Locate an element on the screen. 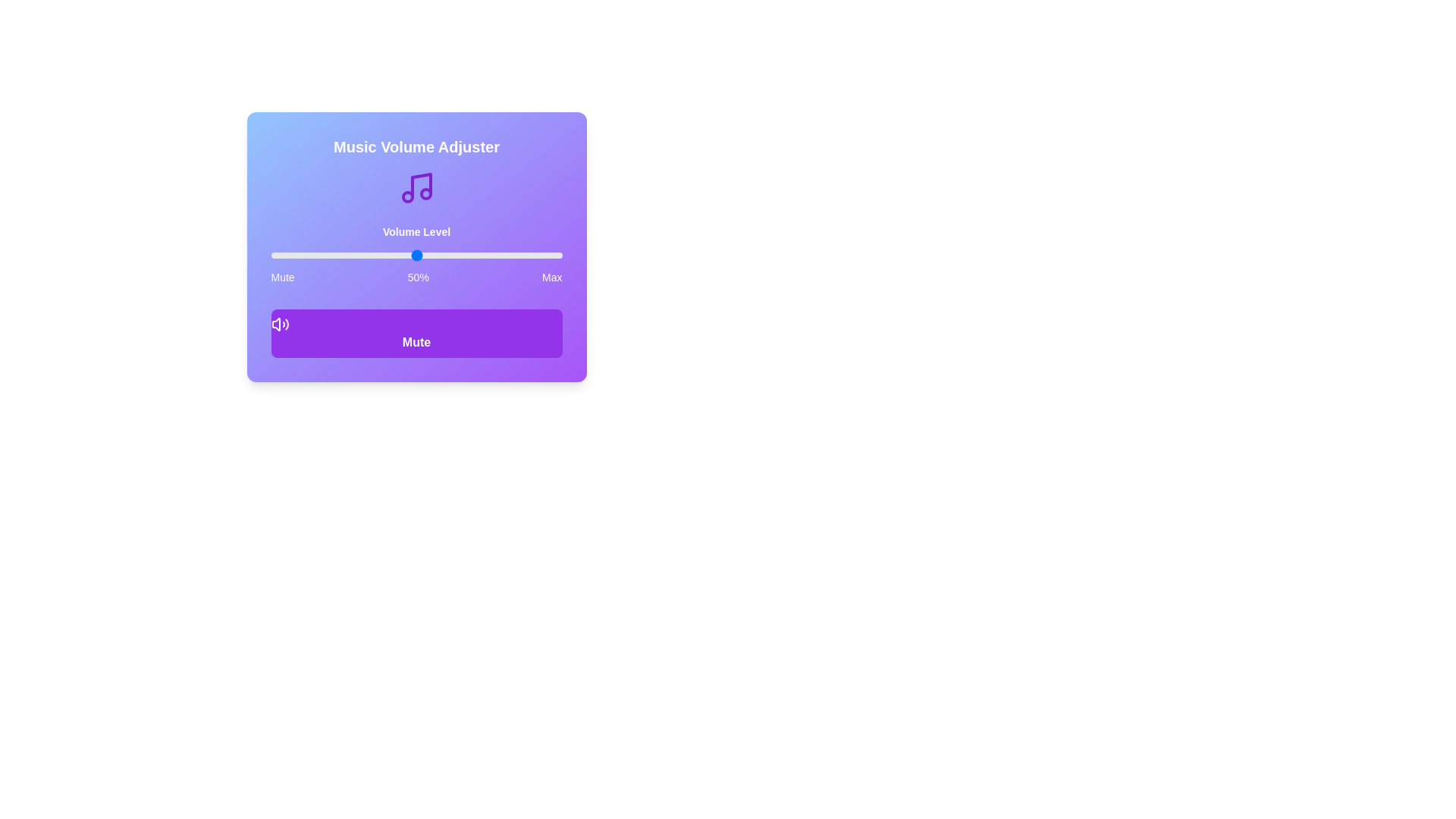 The height and width of the screenshot is (819, 1456). the volume slider to set the volume to 9% is located at coordinates (297, 254).